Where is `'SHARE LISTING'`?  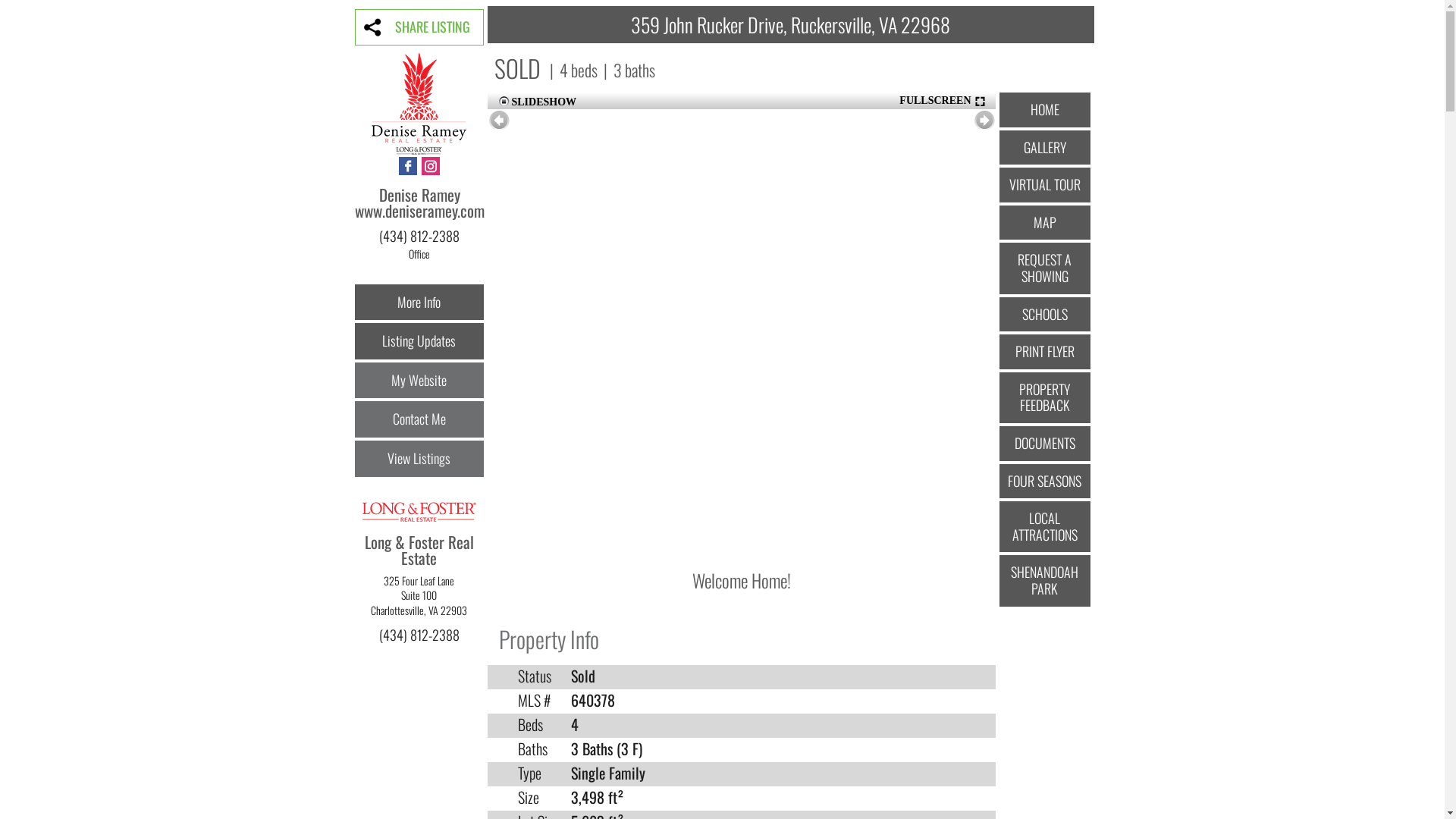
'SHARE LISTING' is located at coordinates (419, 27).